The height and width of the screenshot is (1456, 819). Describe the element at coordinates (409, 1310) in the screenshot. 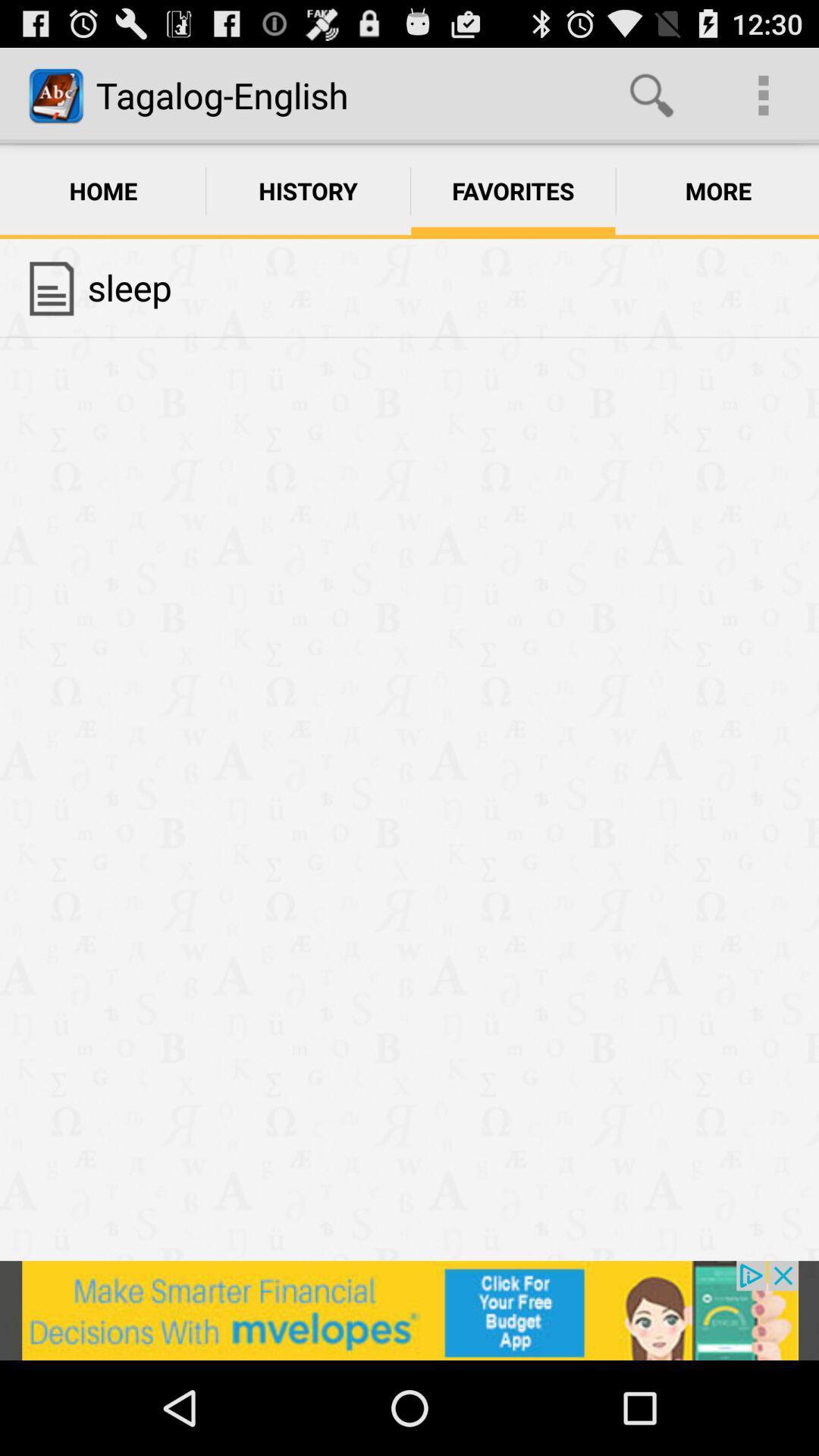

I see `open advertisement` at that location.